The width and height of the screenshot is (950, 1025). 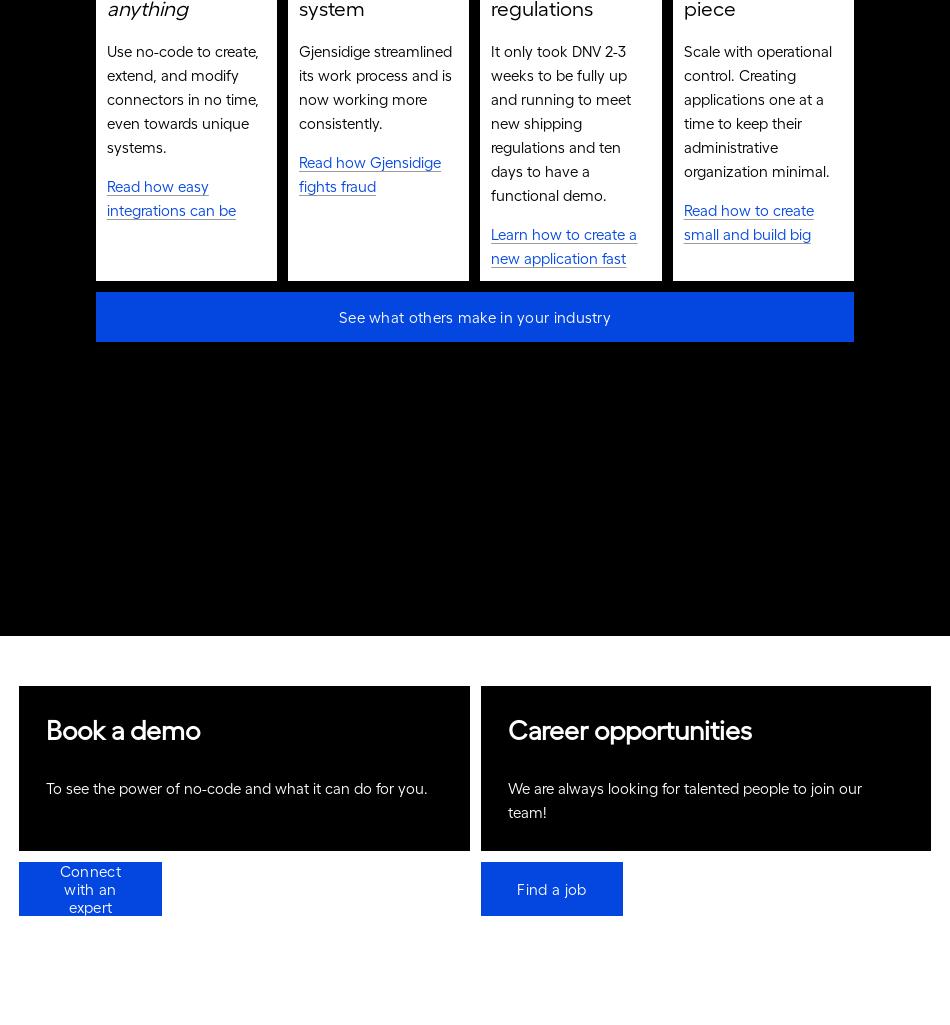 I want to click on 'Gjensidige streamlined its work process and is now working more consistently.', so click(x=376, y=92).